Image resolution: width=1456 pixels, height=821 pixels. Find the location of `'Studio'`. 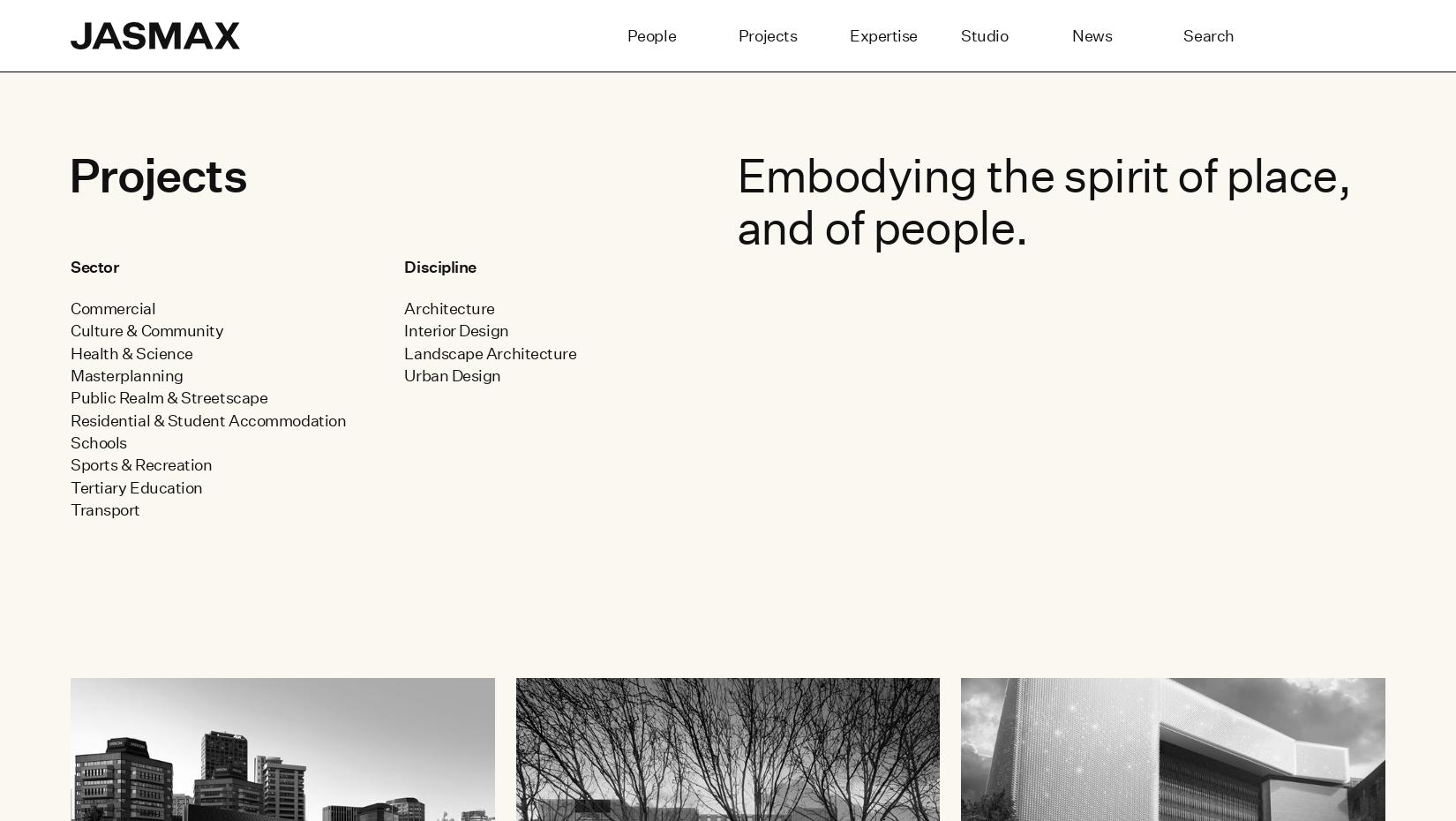

'Studio' is located at coordinates (984, 34).